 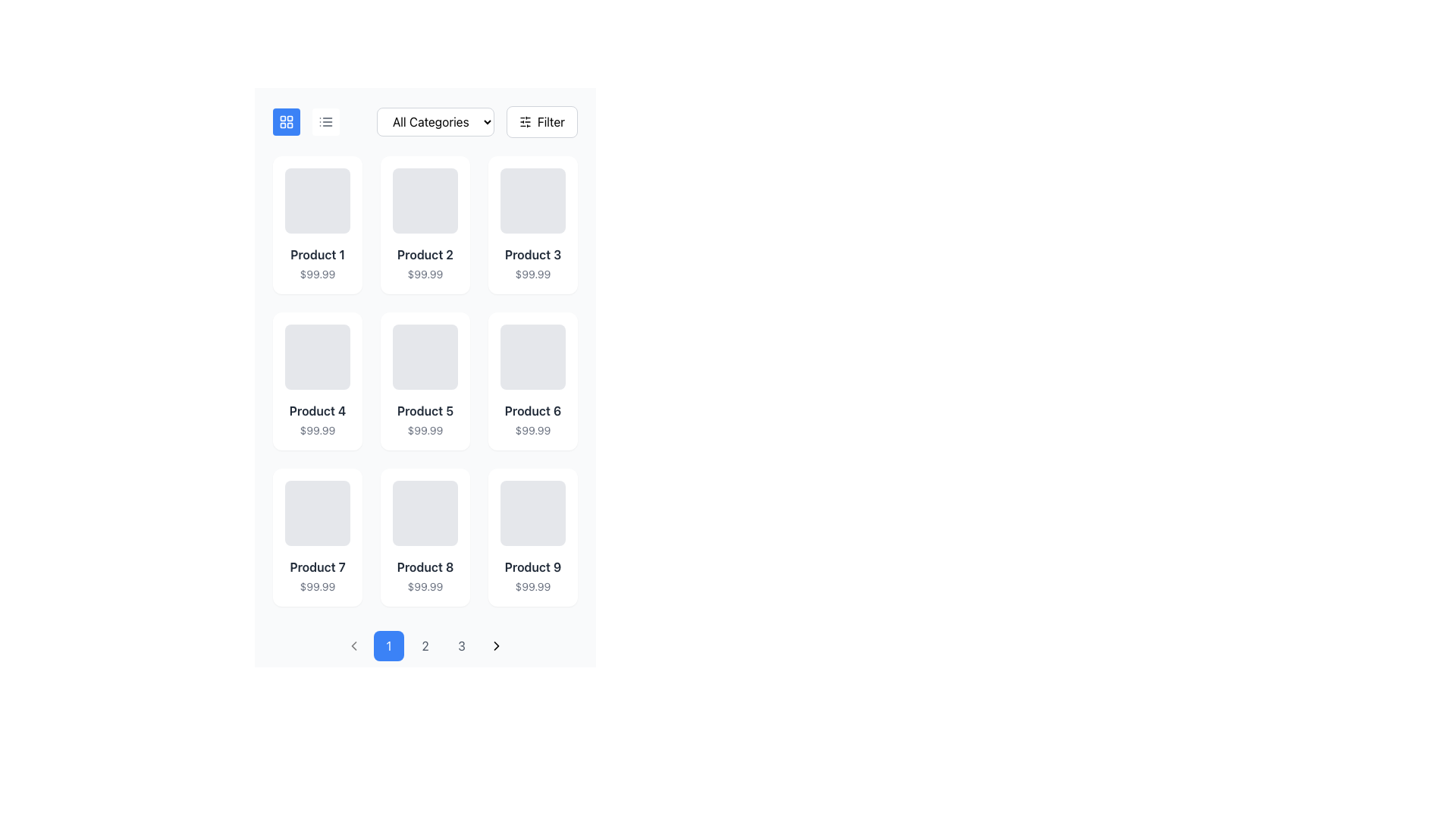 What do you see at coordinates (425, 646) in the screenshot?
I see `the button displaying the number '2' in the pagination component` at bounding box center [425, 646].